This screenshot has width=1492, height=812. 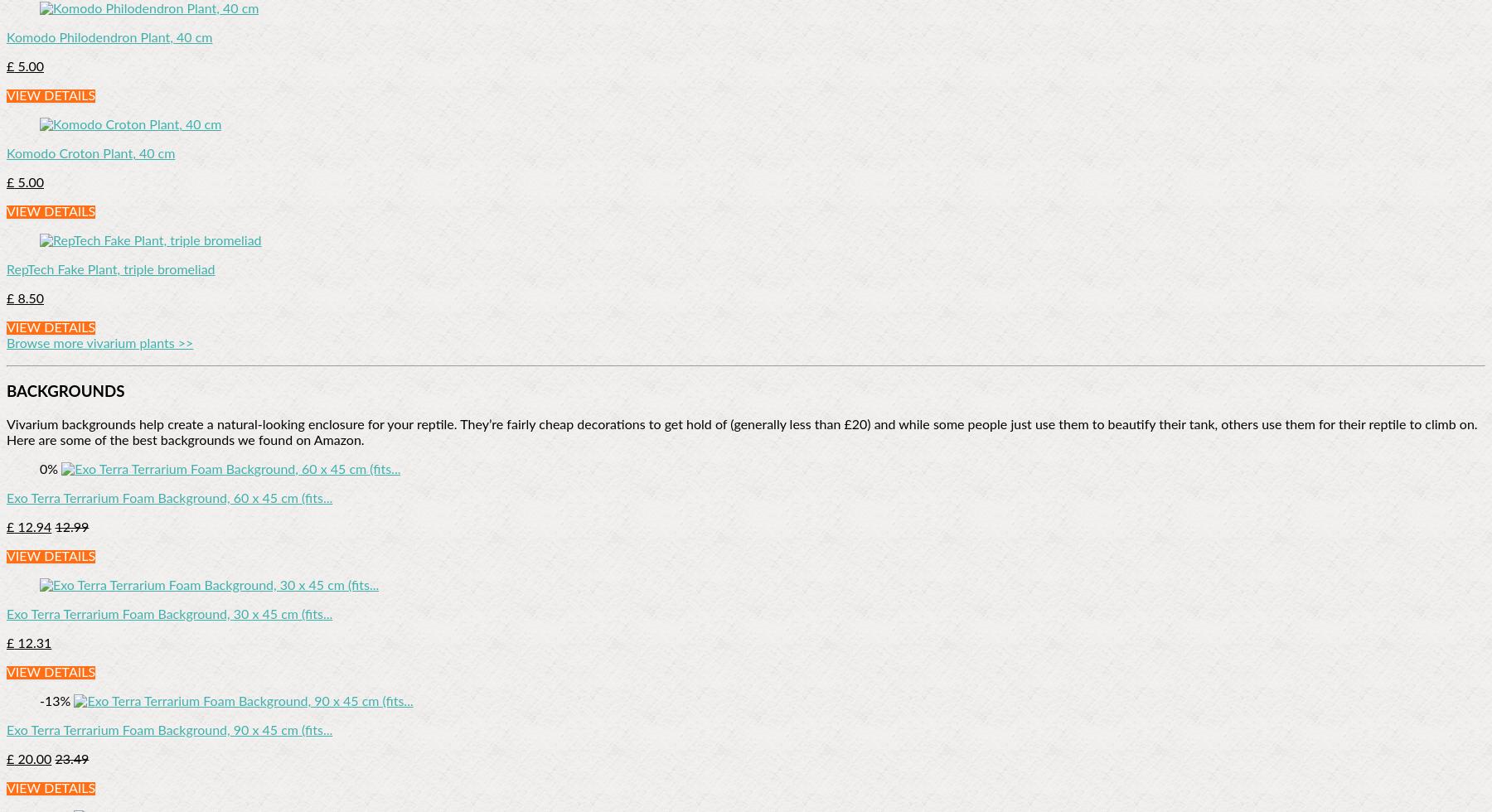 I want to click on '12.94', so click(x=31, y=527).